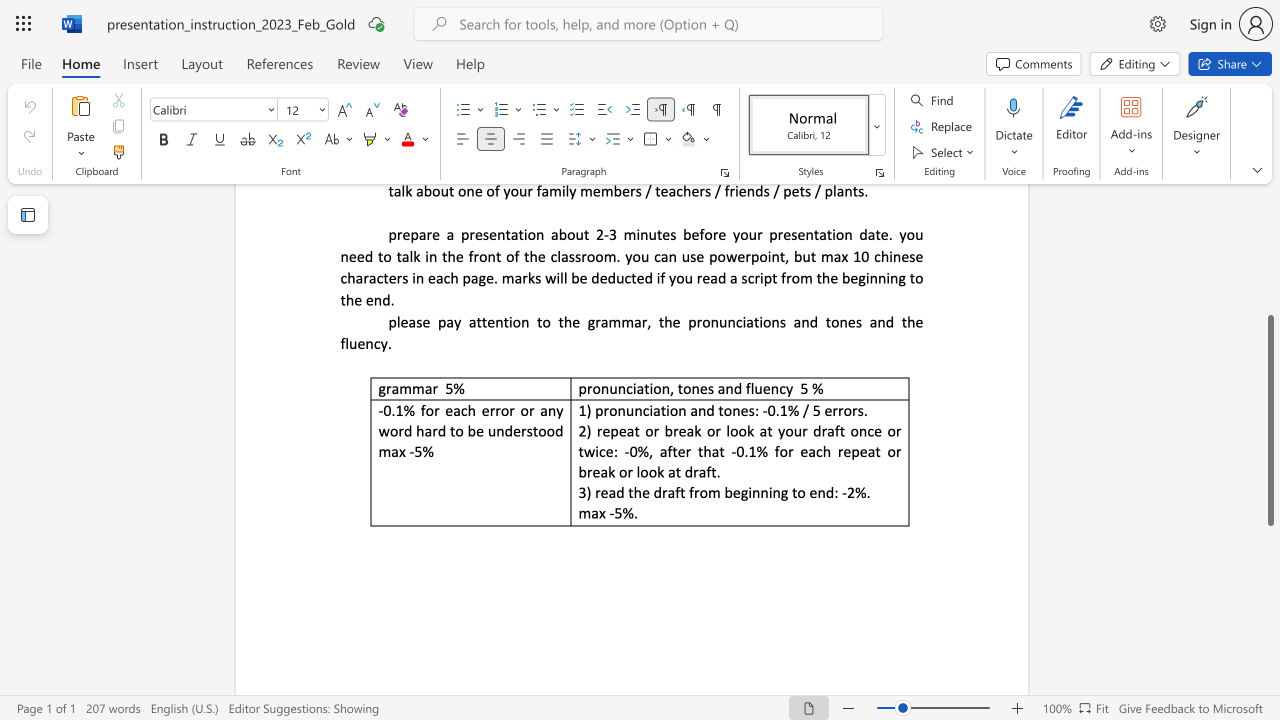 This screenshot has height=720, width=1280. I want to click on the scrollbar on the side, so click(1269, 280).